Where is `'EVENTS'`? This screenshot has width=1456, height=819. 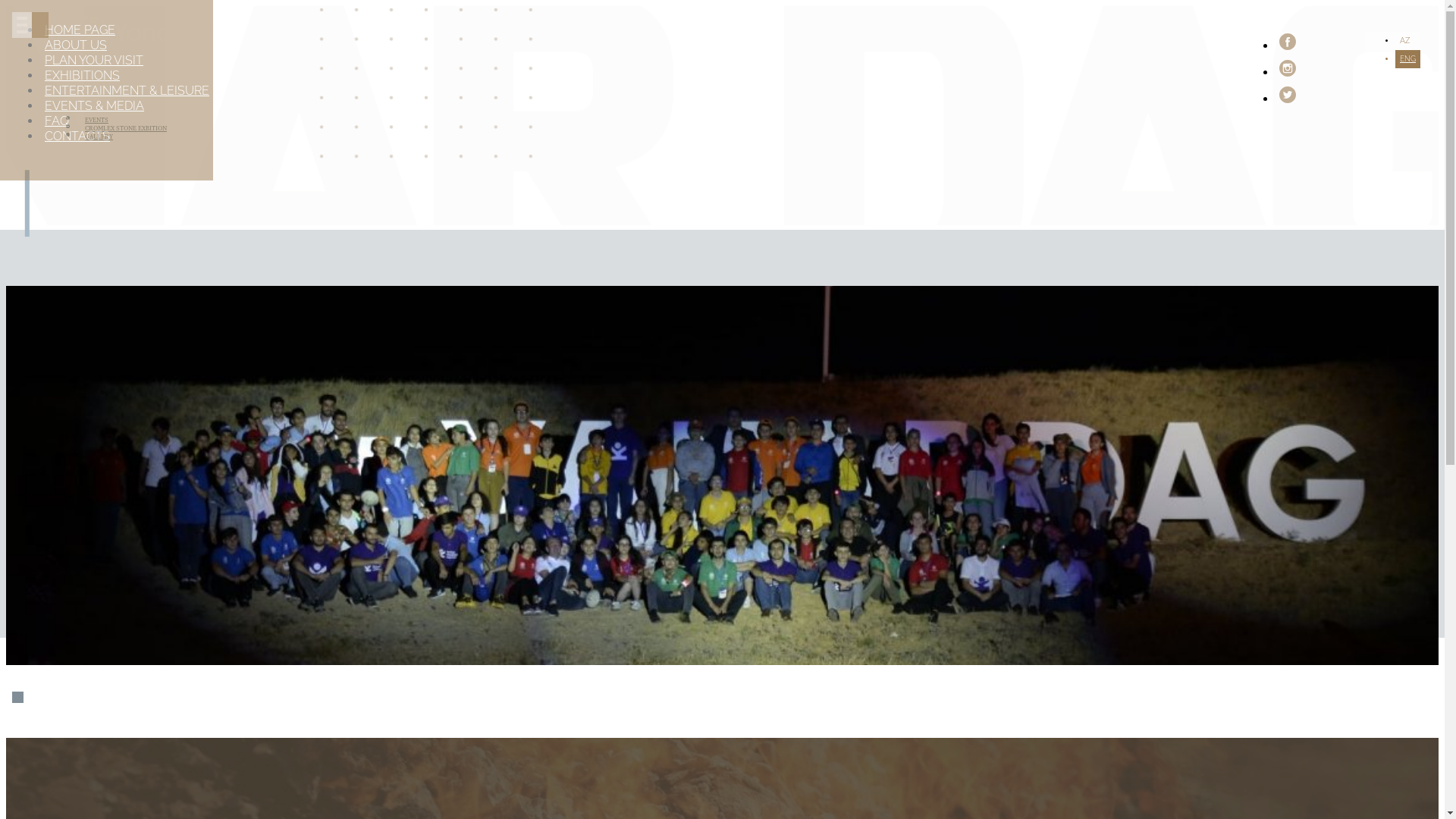
'EVENTS' is located at coordinates (96, 119).